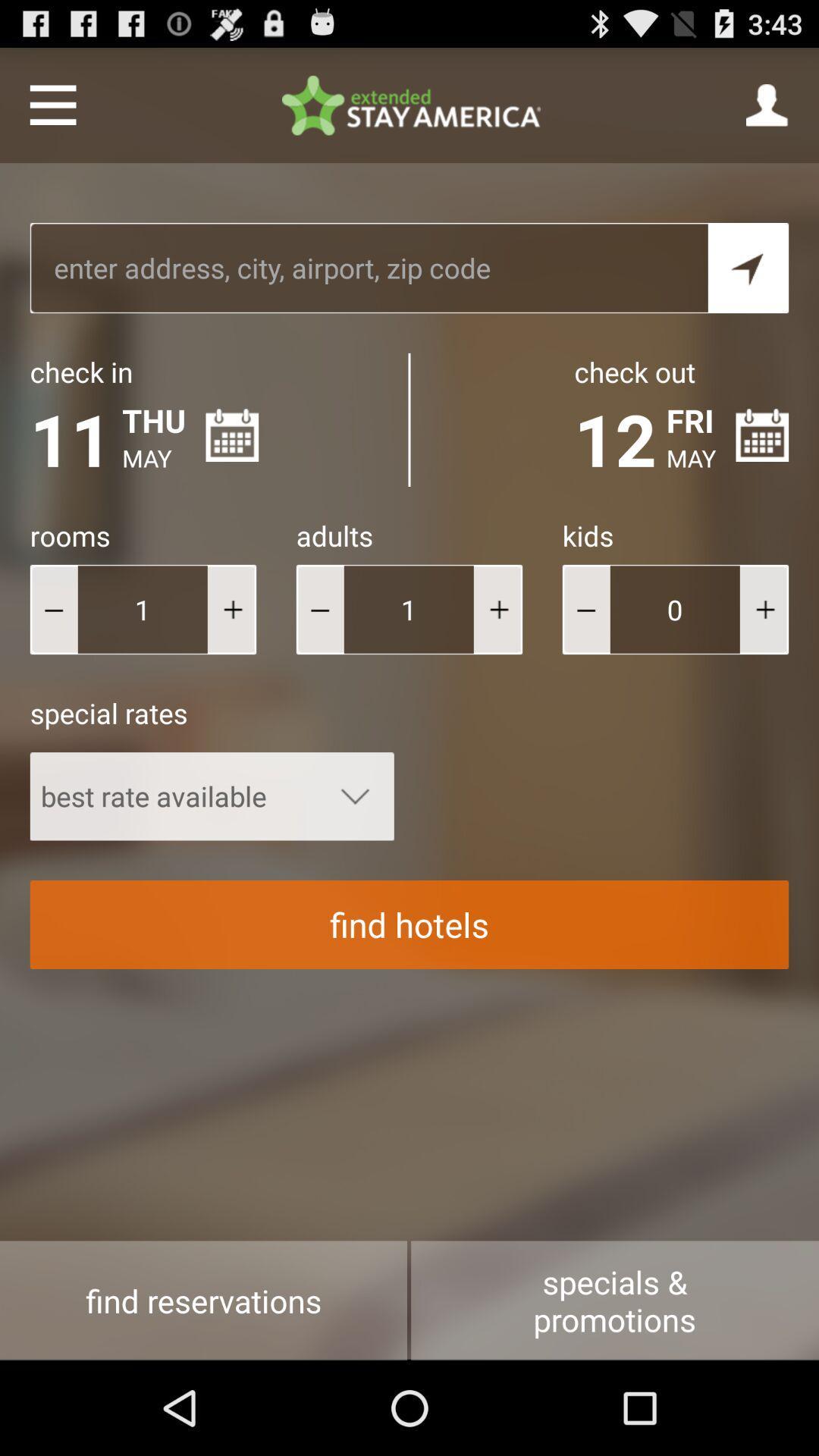 This screenshot has height=1456, width=819. I want to click on decrease the adults points, so click(319, 609).